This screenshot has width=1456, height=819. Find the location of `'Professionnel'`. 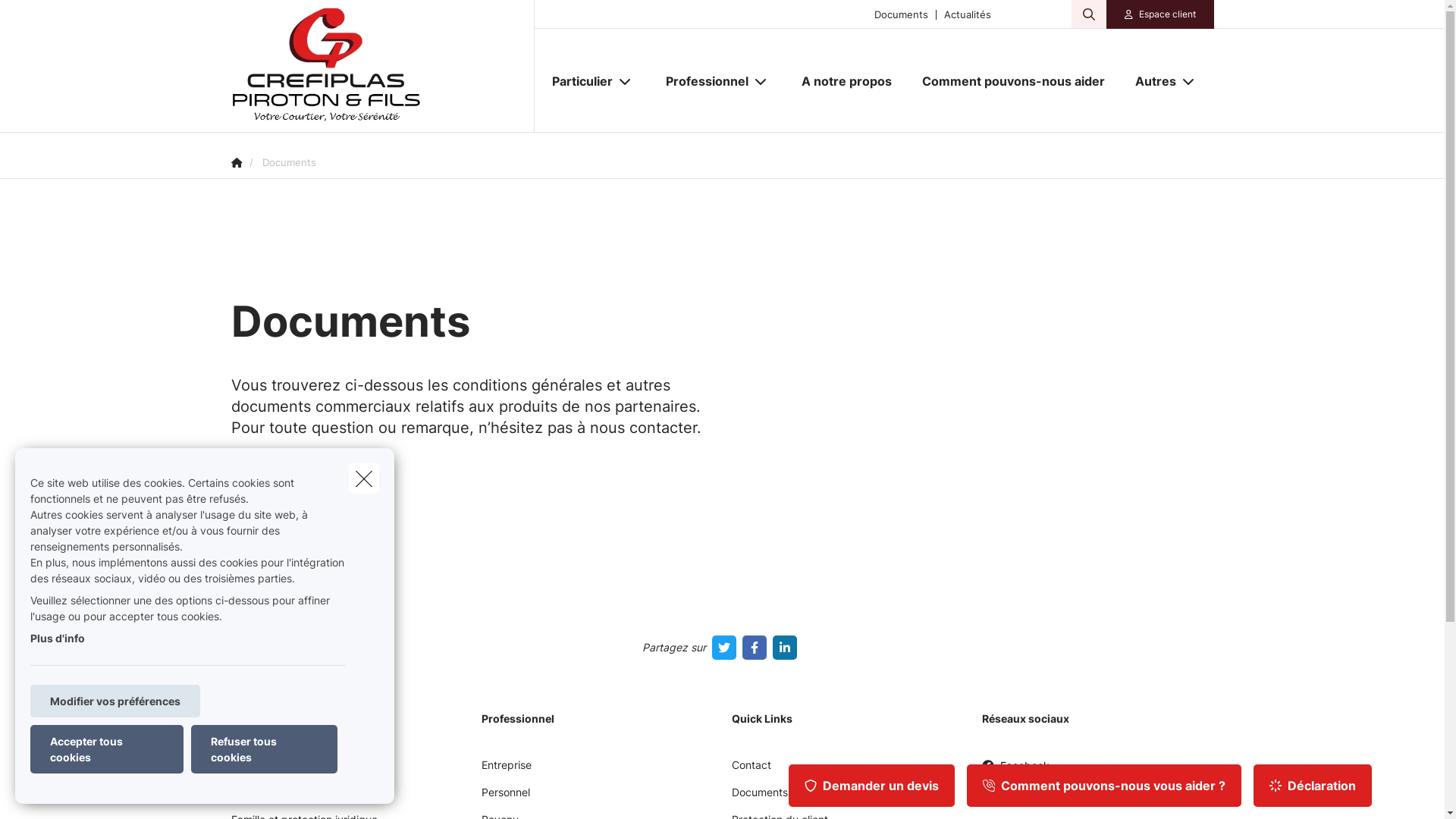

'Professionnel' is located at coordinates (651, 81).